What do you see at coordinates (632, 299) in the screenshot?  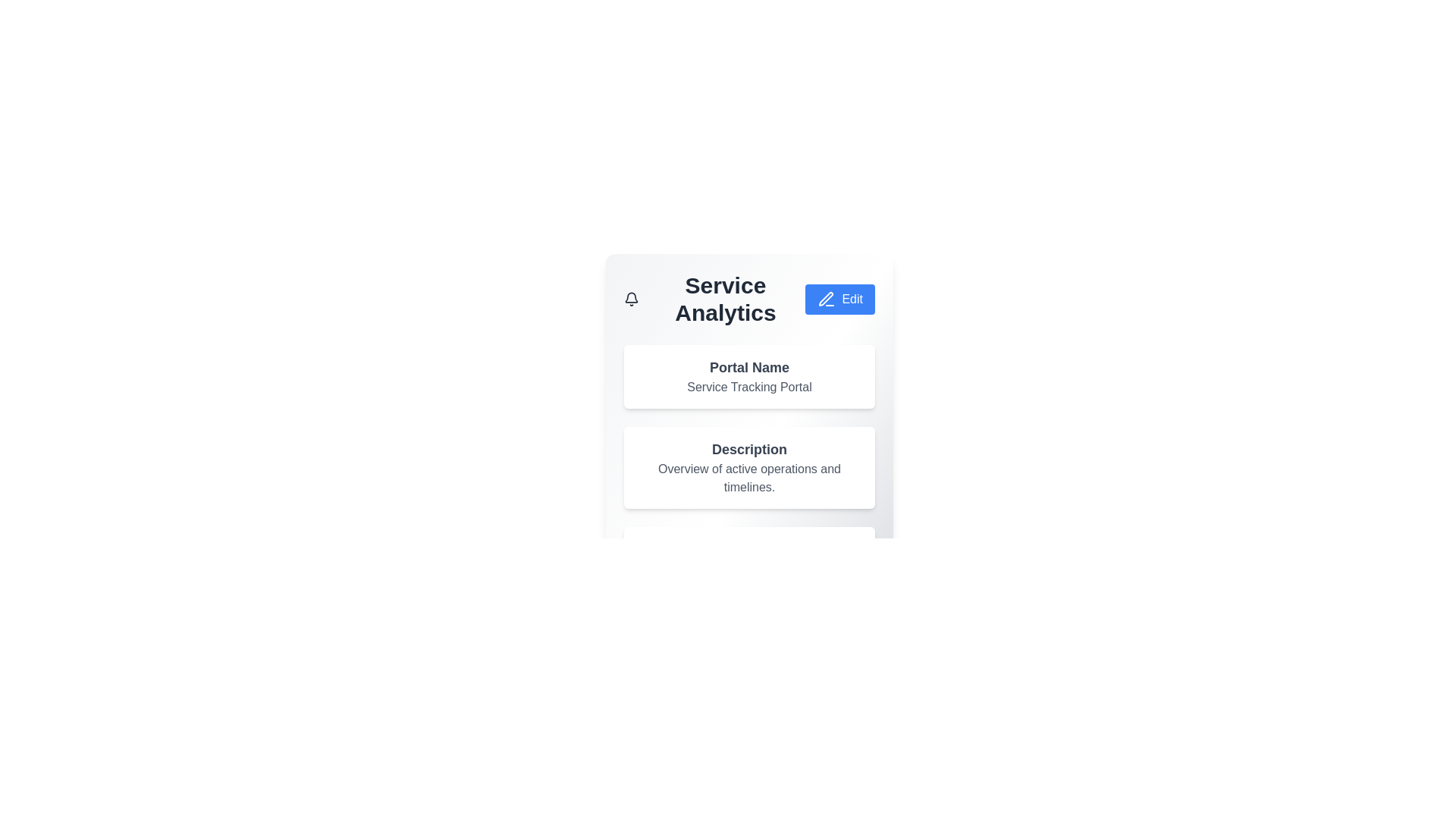 I see `the bell icon located to the left of the title text 'Service Analytics' in the header section` at bounding box center [632, 299].